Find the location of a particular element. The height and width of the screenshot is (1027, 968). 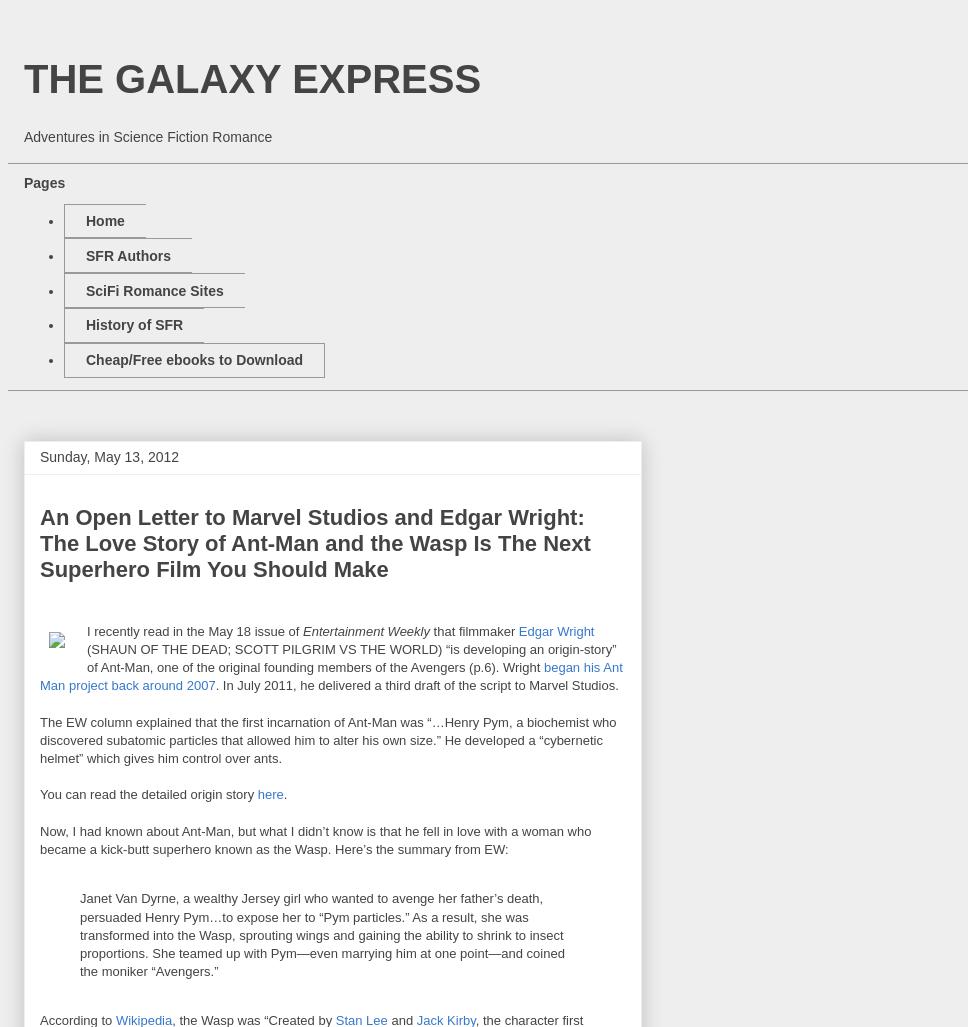

'that filmmaker' is located at coordinates (473, 629).